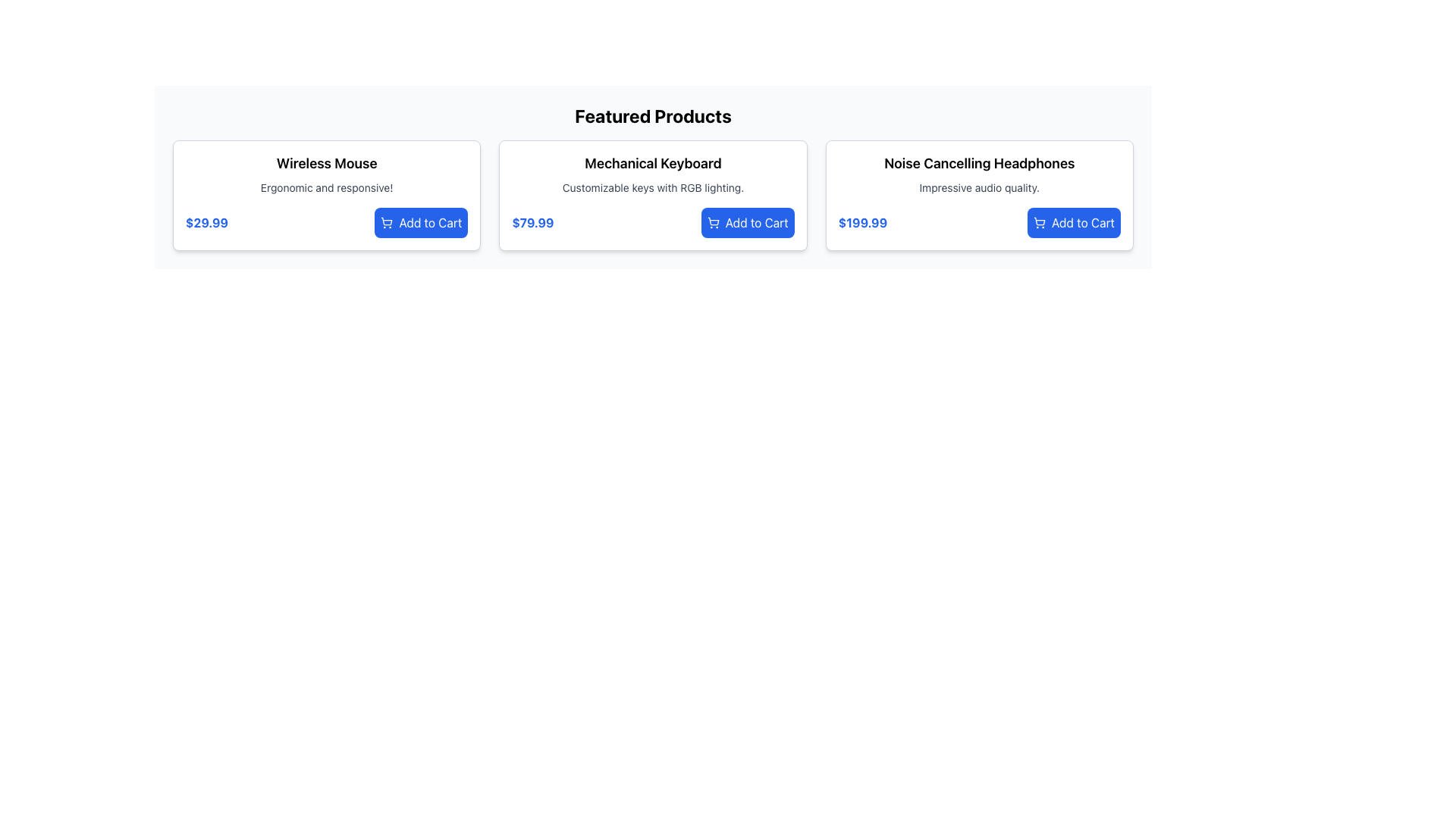 This screenshot has height=819, width=1456. What do you see at coordinates (653, 164) in the screenshot?
I see `the 'Mechanical Keyboard' text label, which is a bold and large font heading located near the top of the middle card in a horizontal row of product cards` at bounding box center [653, 164].